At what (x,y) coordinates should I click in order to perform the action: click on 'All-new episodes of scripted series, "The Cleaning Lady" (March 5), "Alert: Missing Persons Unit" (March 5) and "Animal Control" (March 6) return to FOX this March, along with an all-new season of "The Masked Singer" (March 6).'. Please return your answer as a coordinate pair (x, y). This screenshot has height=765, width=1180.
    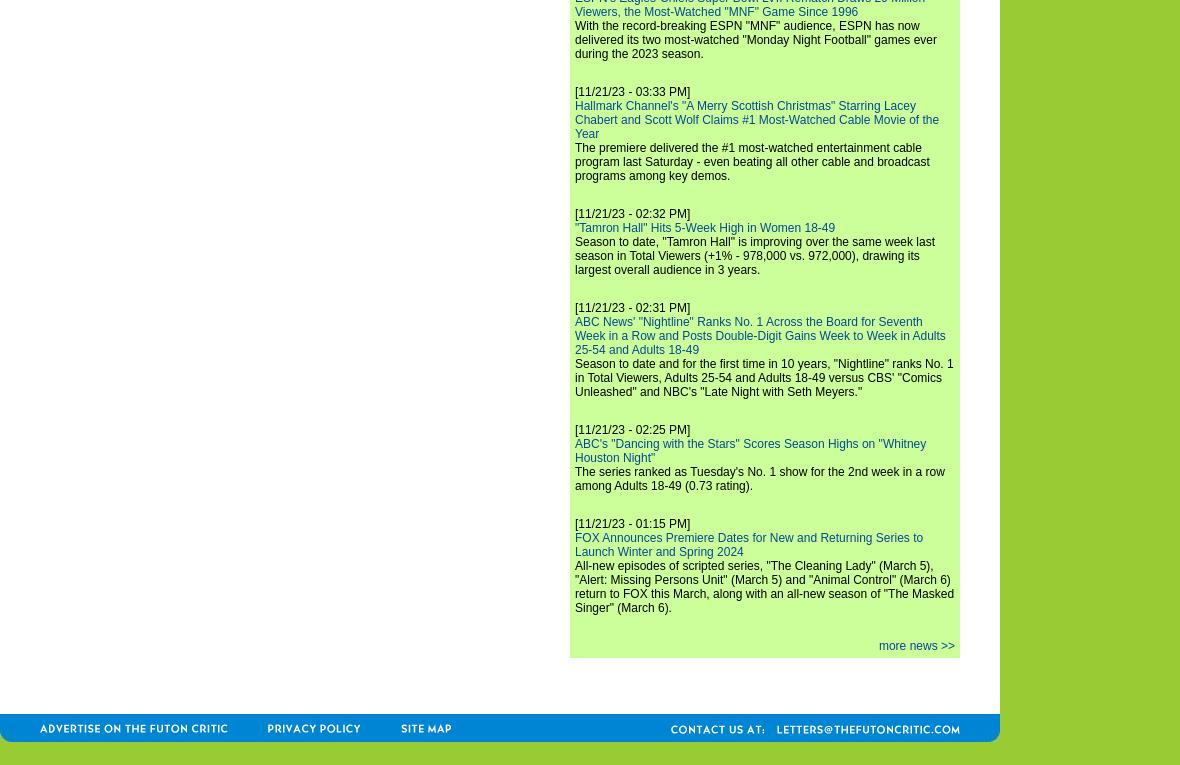
    Looking at the image, I should click on (764, 586).